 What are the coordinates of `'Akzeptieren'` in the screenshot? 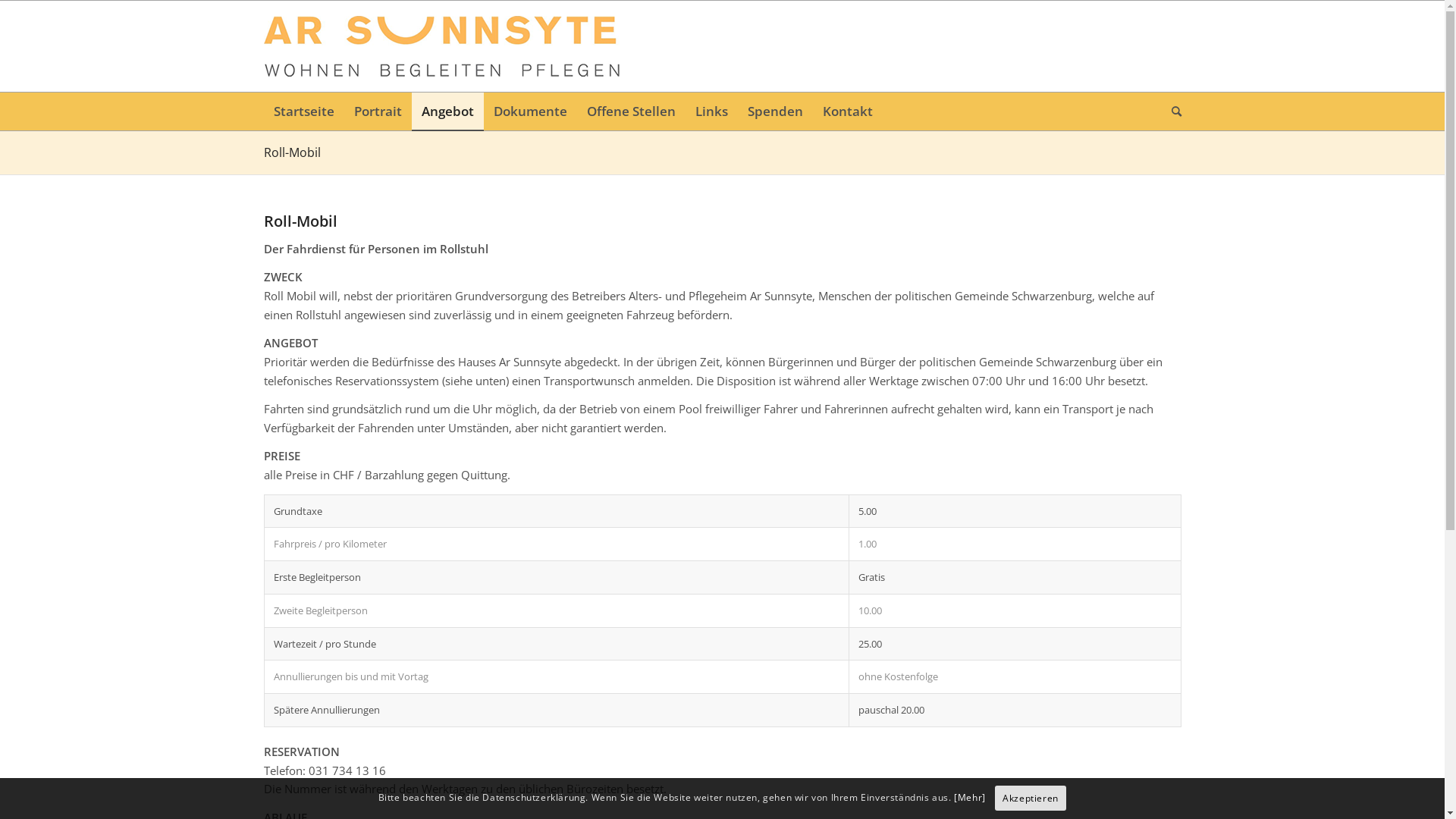 It's located at (1030, 798).